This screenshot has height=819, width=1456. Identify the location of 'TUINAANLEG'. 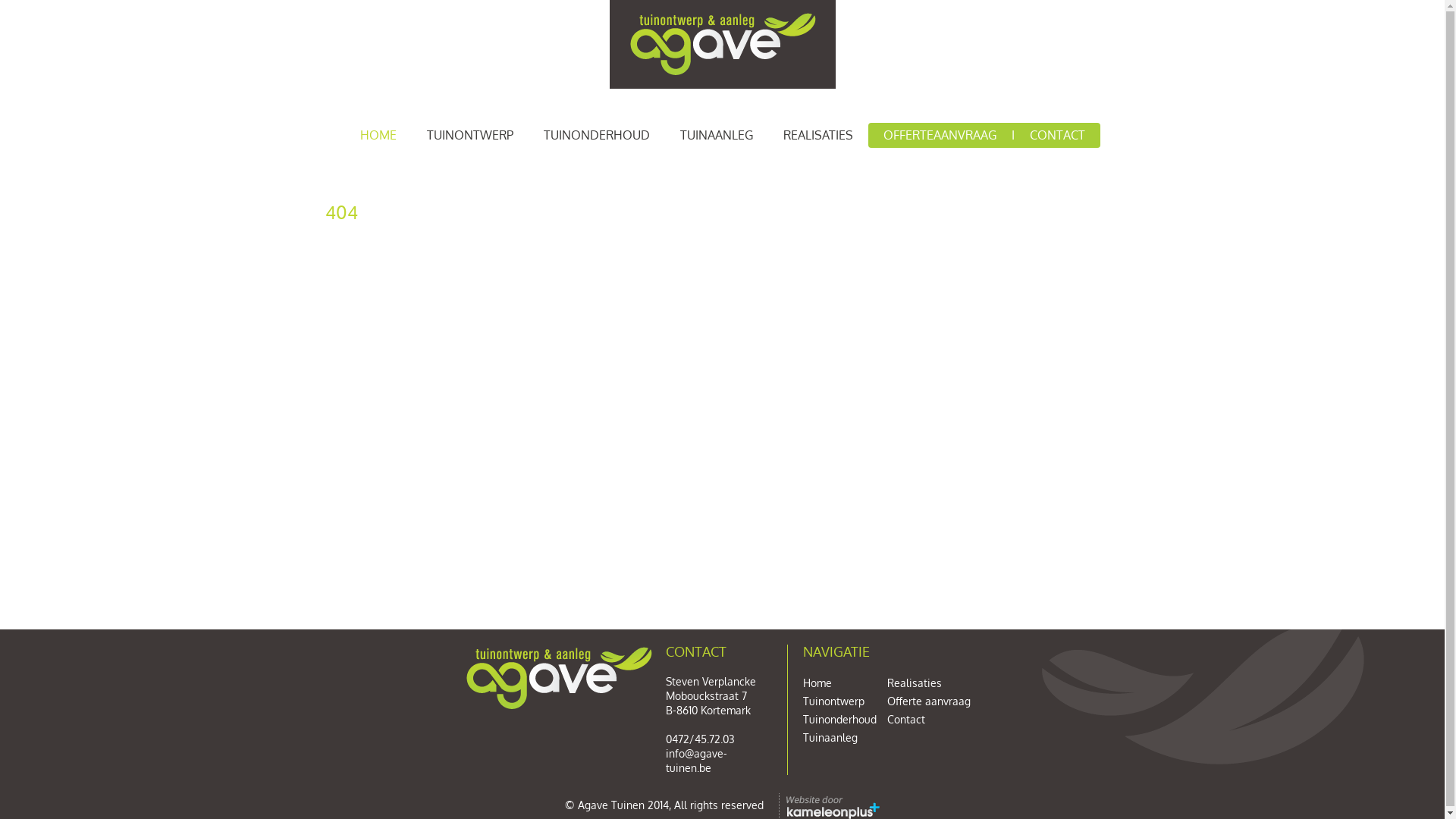
(715, 134).